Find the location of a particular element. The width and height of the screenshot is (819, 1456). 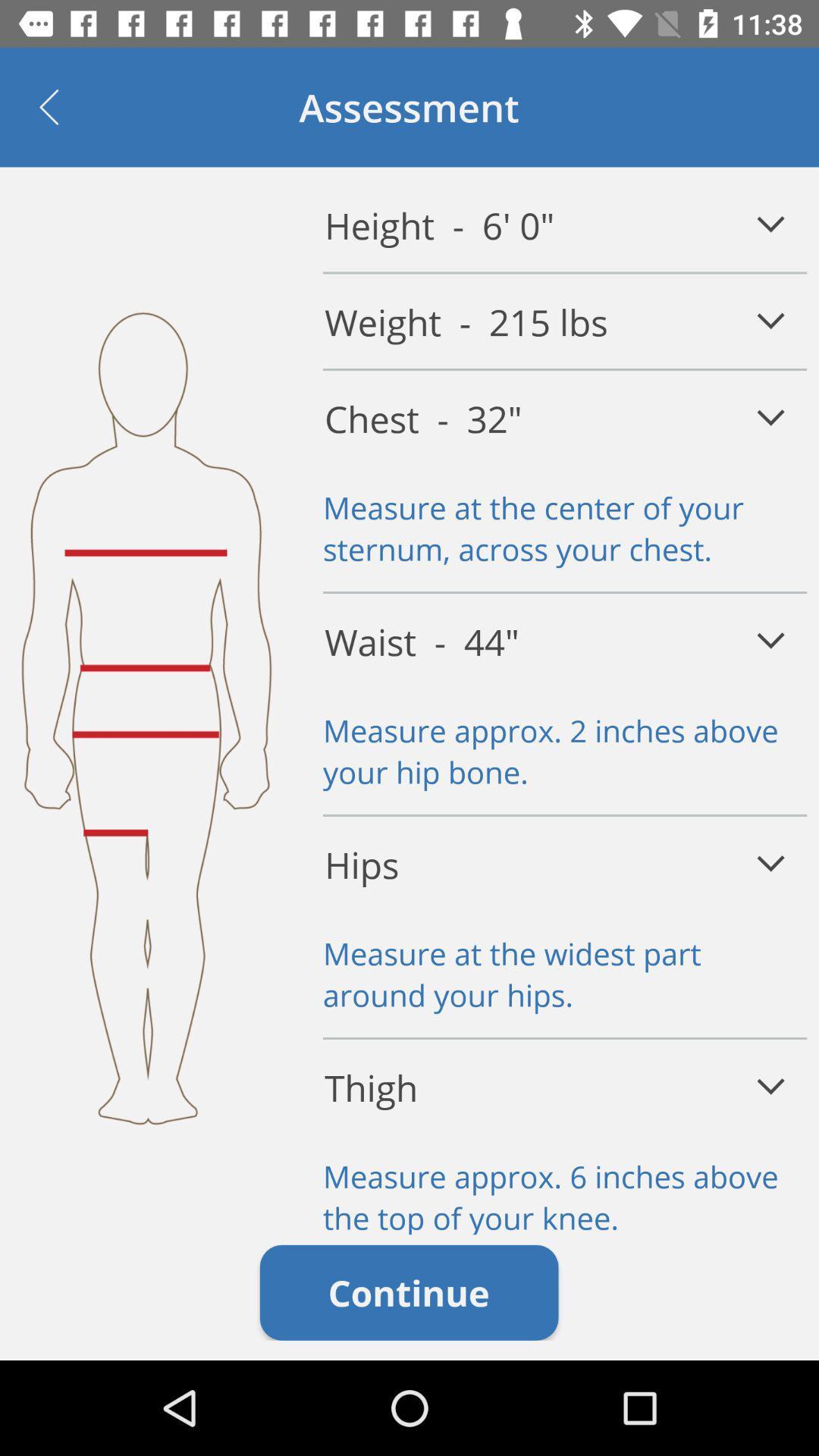

item at the top left corner is located at coordinates (48, 106).